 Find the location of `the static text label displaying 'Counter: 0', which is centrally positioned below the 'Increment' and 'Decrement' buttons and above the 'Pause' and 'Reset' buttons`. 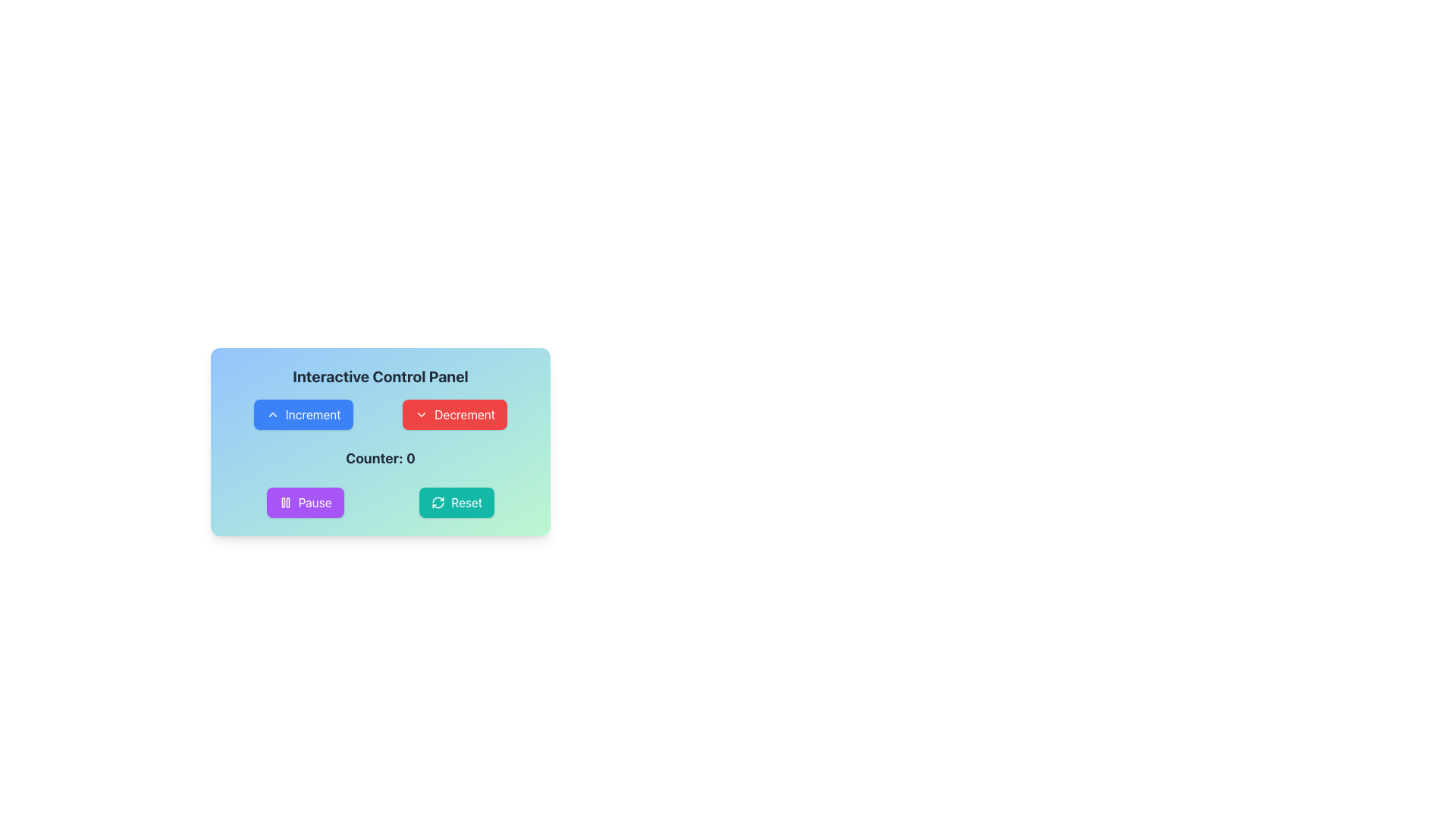

the static text label displaying 'Counter: 0', which is centrally positioned below the 'Increment' and 'Decrement' buttons and above the 'Pause' and 'Reset' buttons is located at coordinates (381, 458).